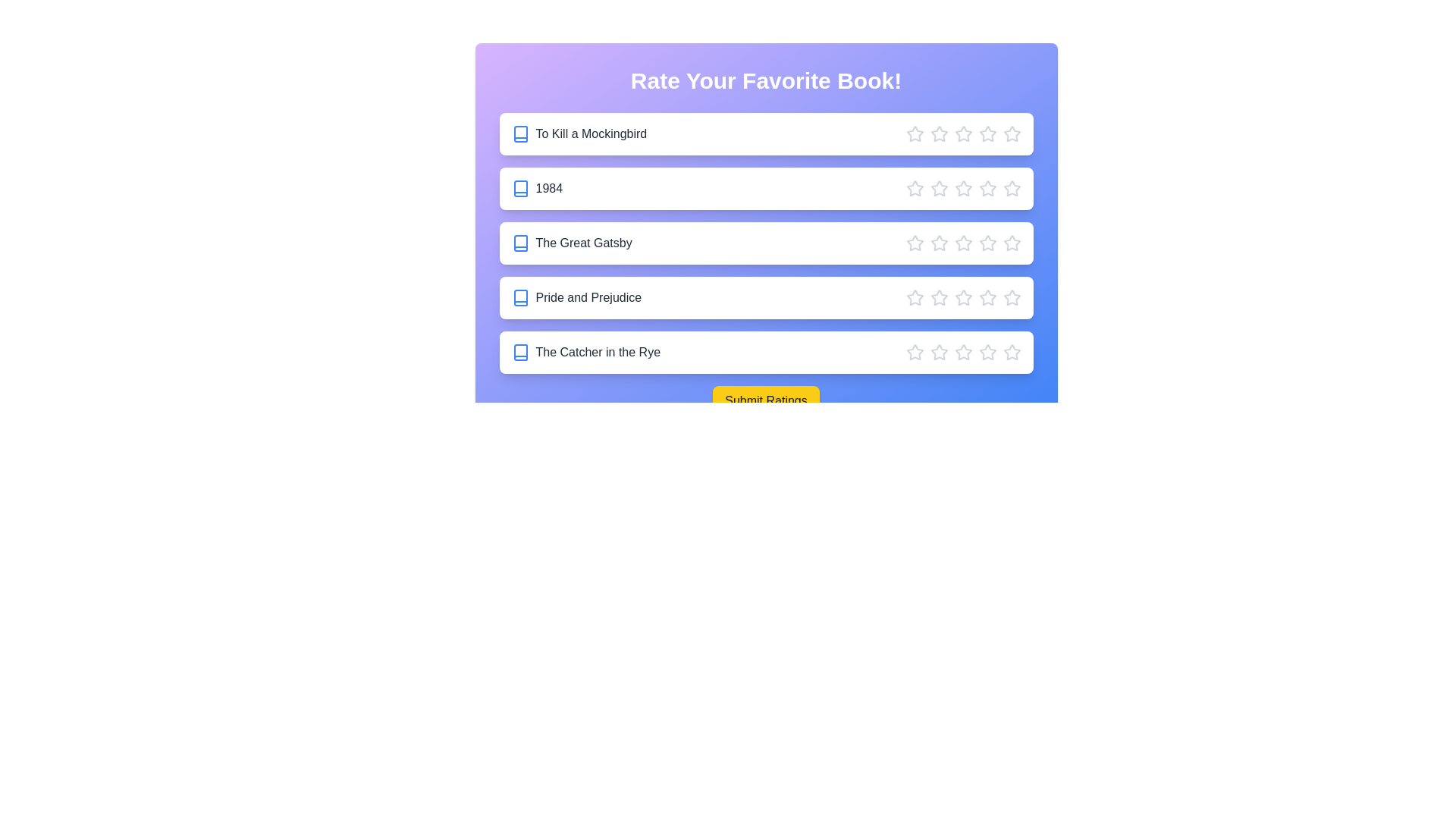  Describe the element at coordinates (938, 188) in the screenshot. I see `the star corresponding to 2 stars for the book 1984` at that location.